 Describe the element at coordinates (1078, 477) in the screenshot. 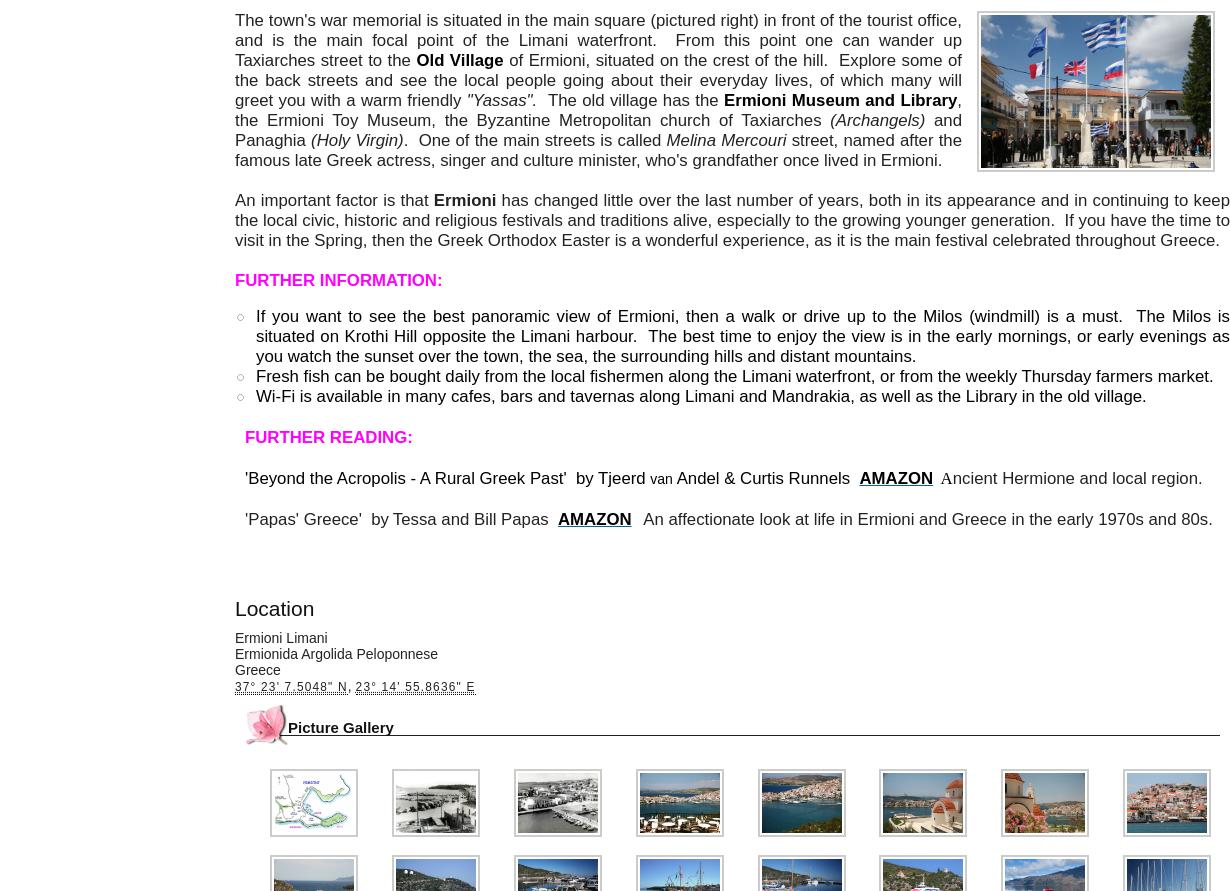

I see `'ncient Hermione and local region.'` at that location.